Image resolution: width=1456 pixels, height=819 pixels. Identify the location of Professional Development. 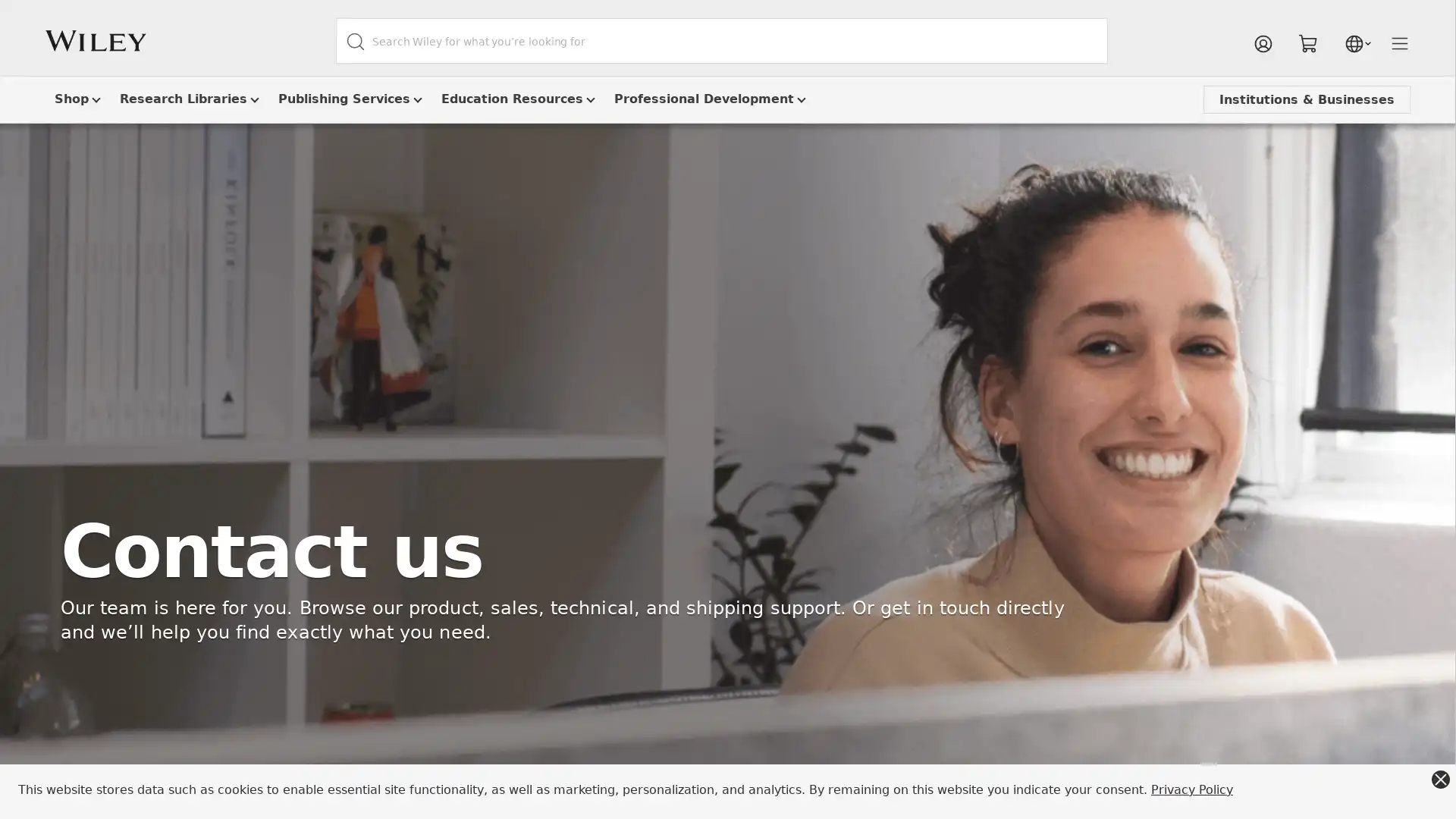
(708, 99).